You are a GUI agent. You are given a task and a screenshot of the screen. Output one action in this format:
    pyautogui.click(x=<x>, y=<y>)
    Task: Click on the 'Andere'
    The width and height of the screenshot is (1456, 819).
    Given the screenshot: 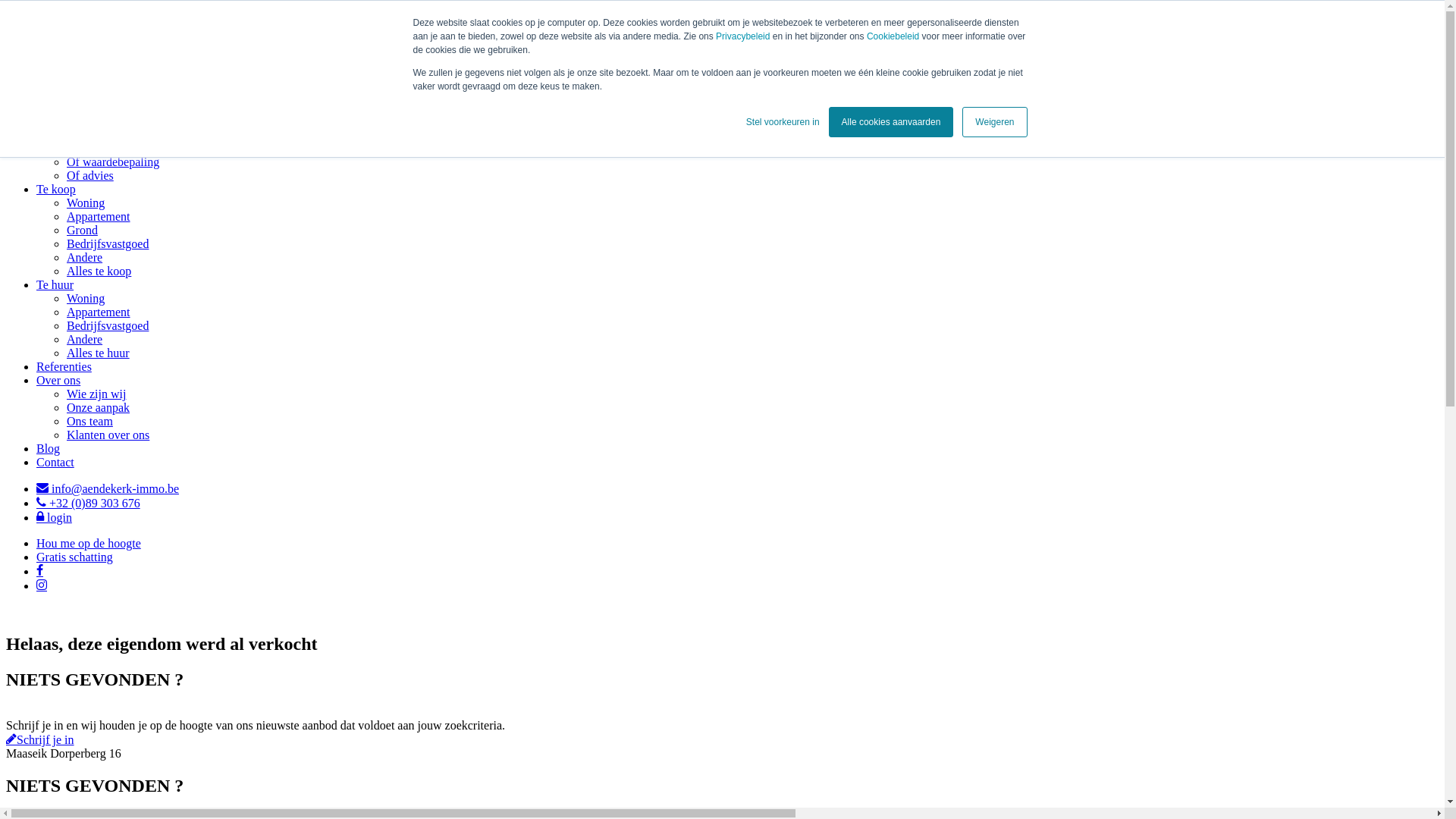 What is the action you would take?
    pyautogui.click(x=83, y=338)
    